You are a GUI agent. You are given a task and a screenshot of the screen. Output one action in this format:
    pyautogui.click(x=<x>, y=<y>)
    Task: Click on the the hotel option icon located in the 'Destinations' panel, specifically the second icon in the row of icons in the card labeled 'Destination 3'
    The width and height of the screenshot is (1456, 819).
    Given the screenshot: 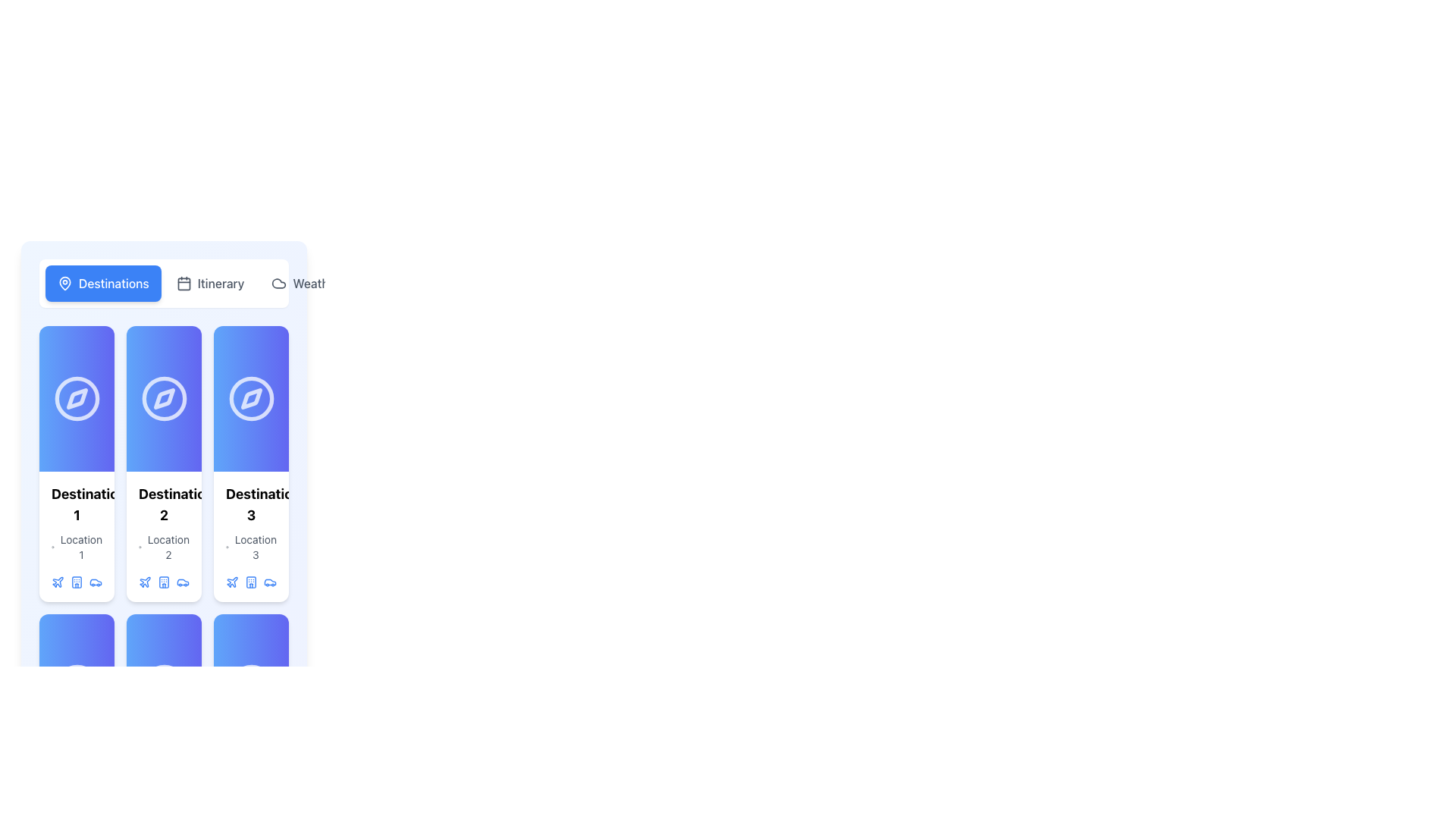 What is the action you would take?
    pyautogui.click(x=251, y=581)
    